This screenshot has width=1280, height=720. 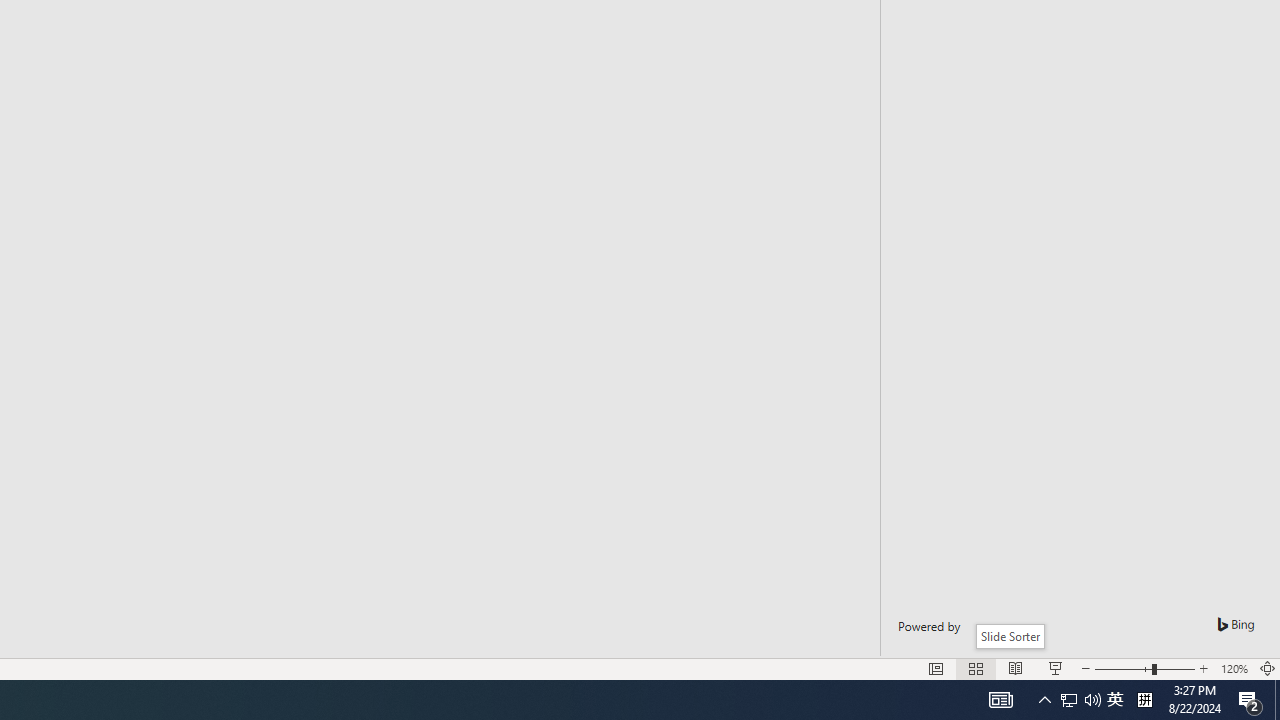 What do you see at coordinates (1266, 669) in the screenshot?
I see `'Zoom to Fit '` at bounding box center [1266, 669].